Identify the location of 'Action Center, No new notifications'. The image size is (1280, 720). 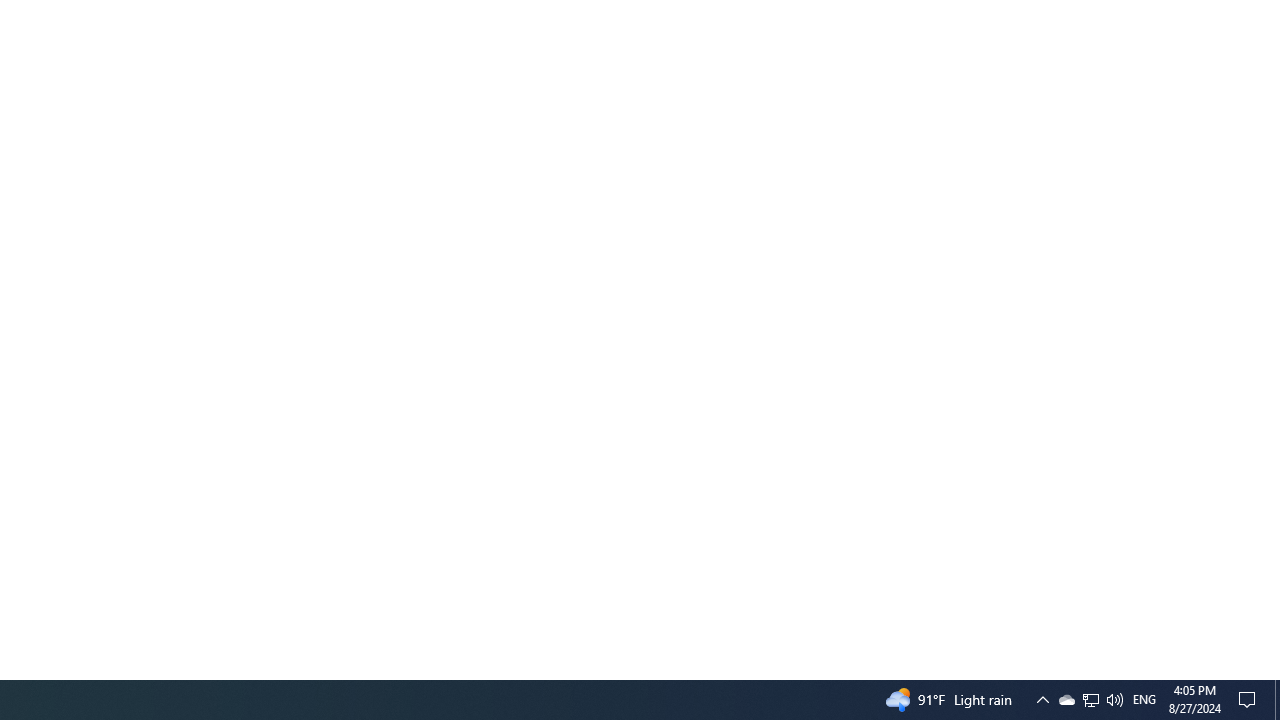
(1250, 698).